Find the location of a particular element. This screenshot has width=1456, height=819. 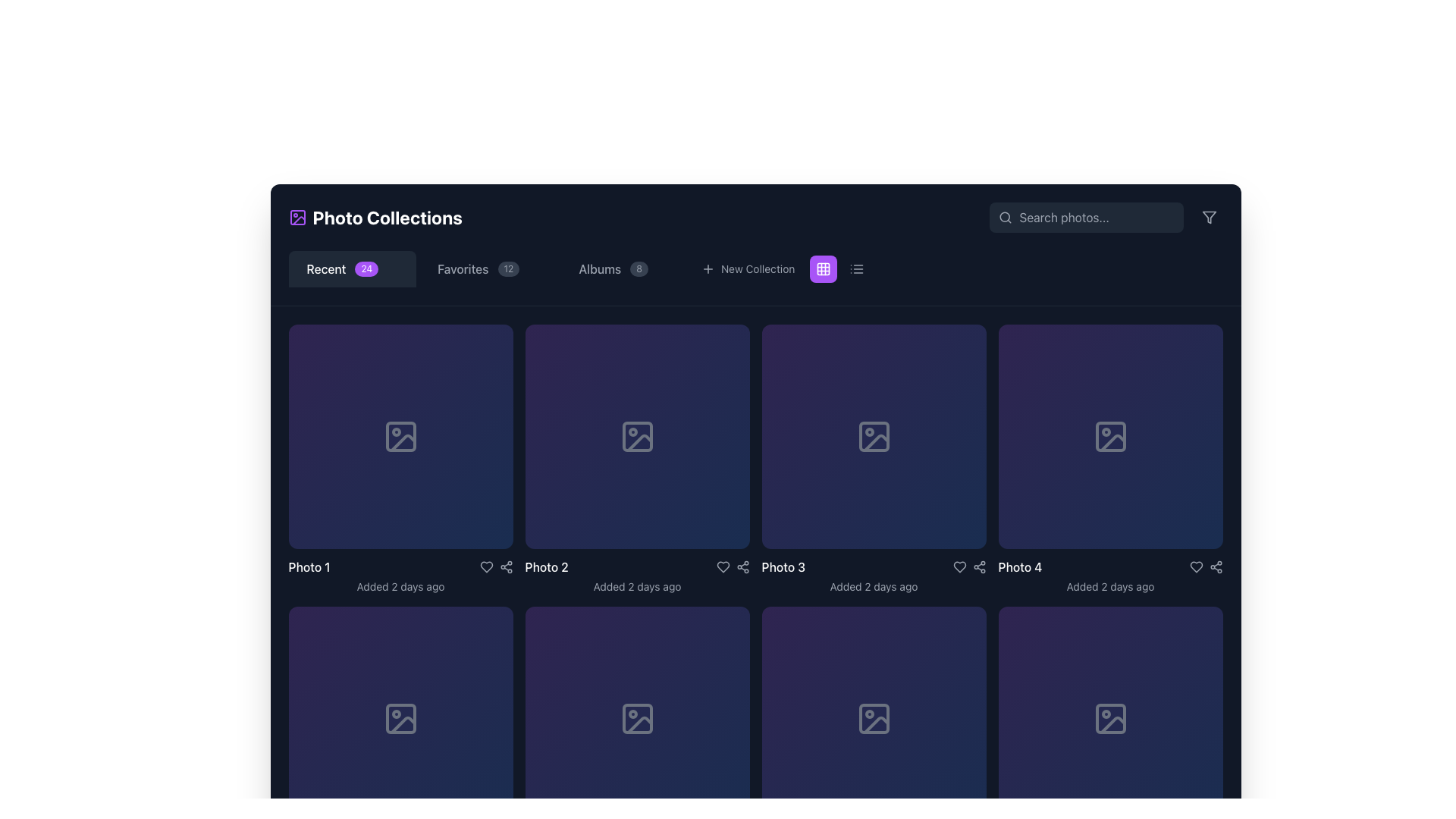

the 'New Collection' button with the '+' icon to trigger style changes is located at coordinates (748, 268).